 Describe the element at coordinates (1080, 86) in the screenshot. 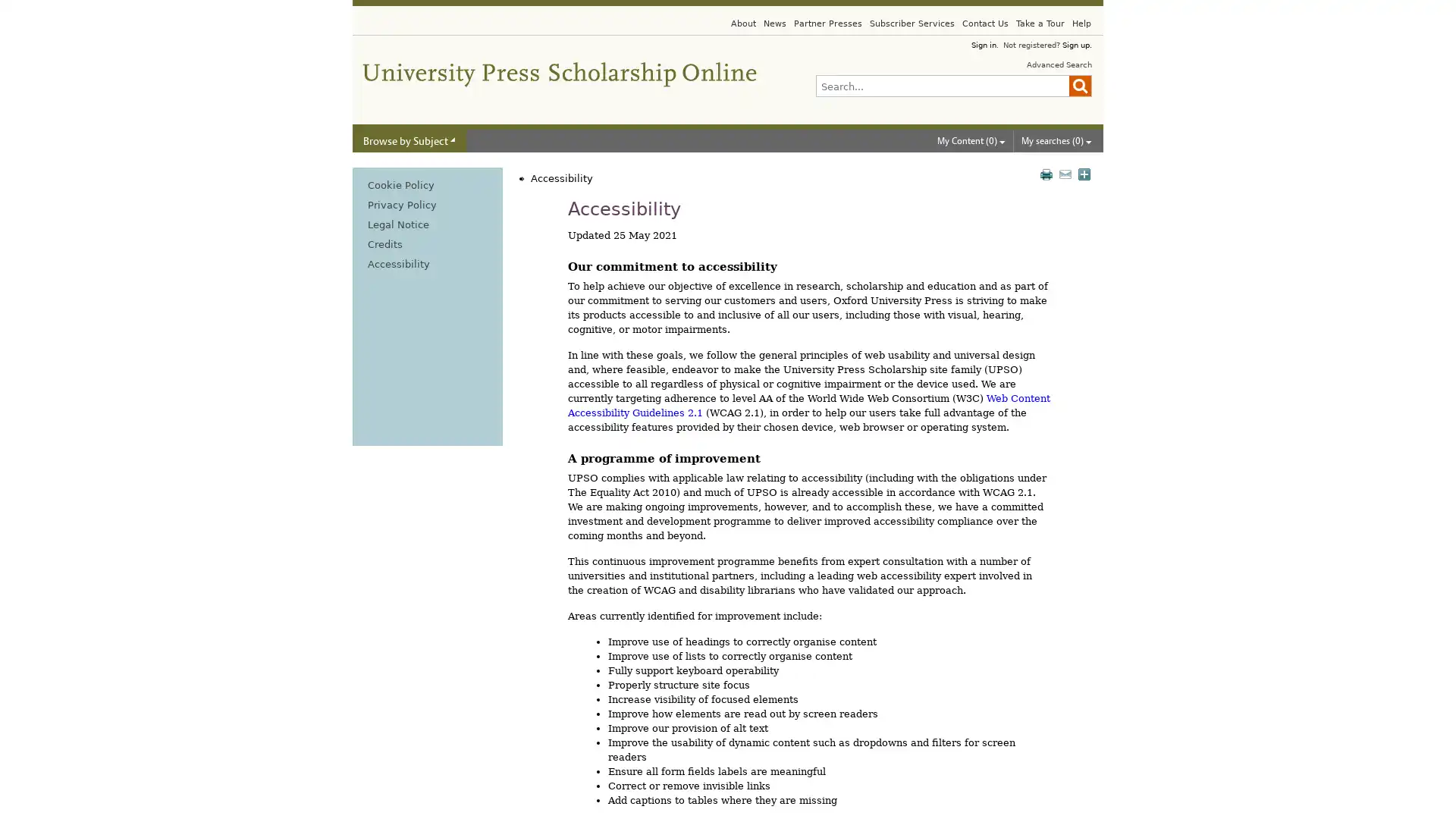

I see `Search` at that location.